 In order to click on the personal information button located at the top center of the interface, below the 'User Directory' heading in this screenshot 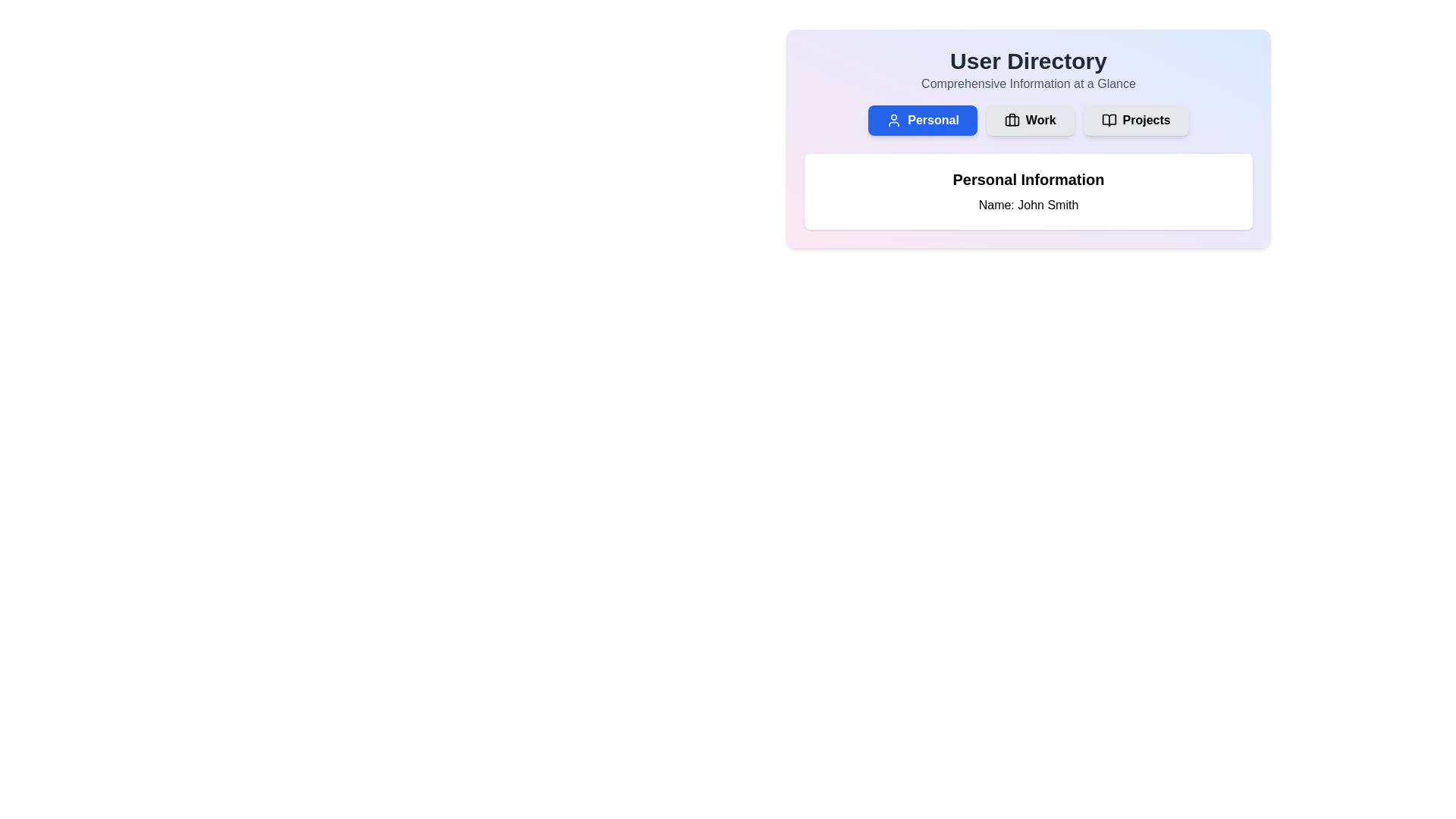, I will do `click(922, 119)`.